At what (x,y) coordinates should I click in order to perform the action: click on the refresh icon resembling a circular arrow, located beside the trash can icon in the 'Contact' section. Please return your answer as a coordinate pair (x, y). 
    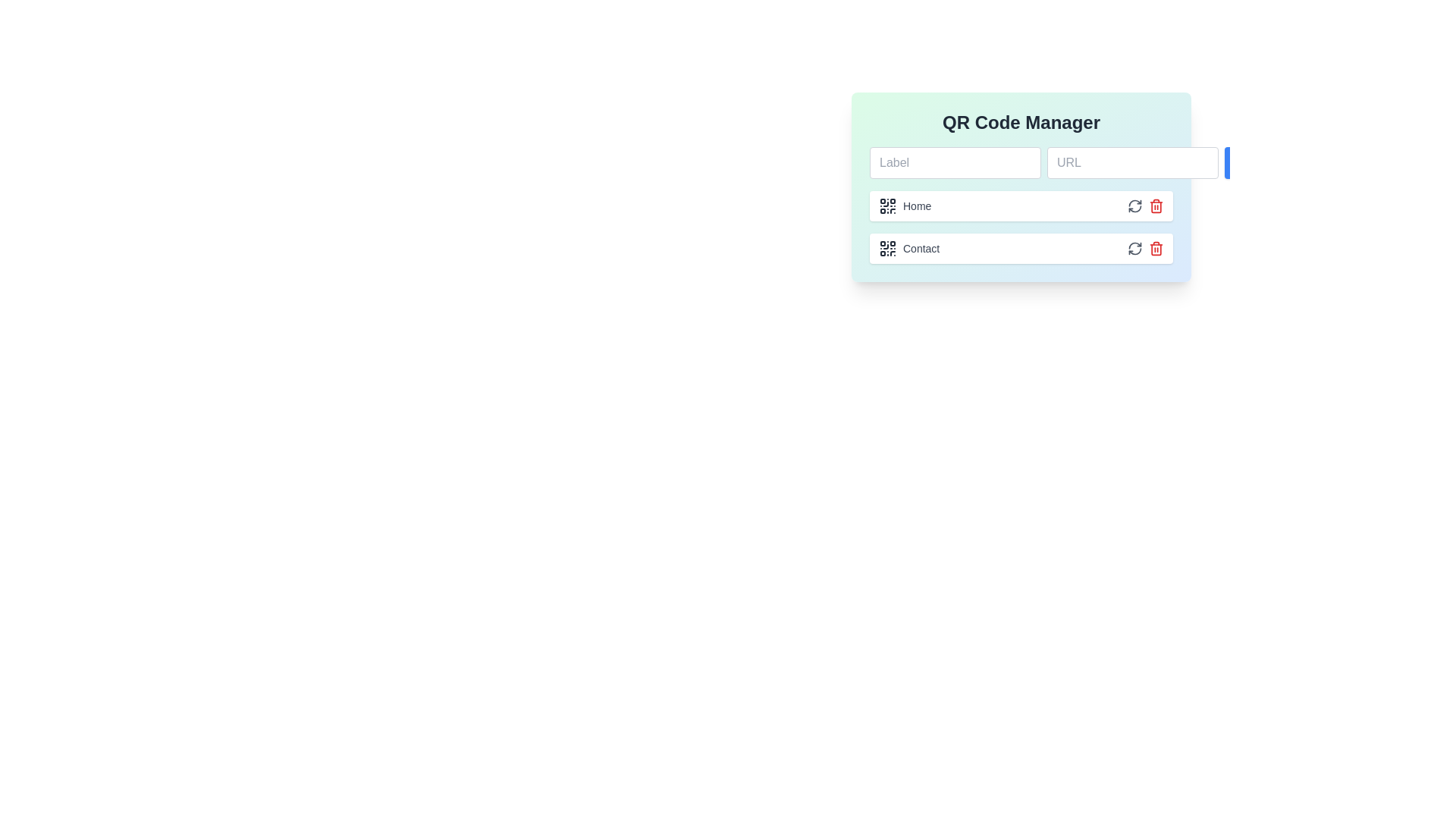
    Looking at the image, I should click on (1135, 247).